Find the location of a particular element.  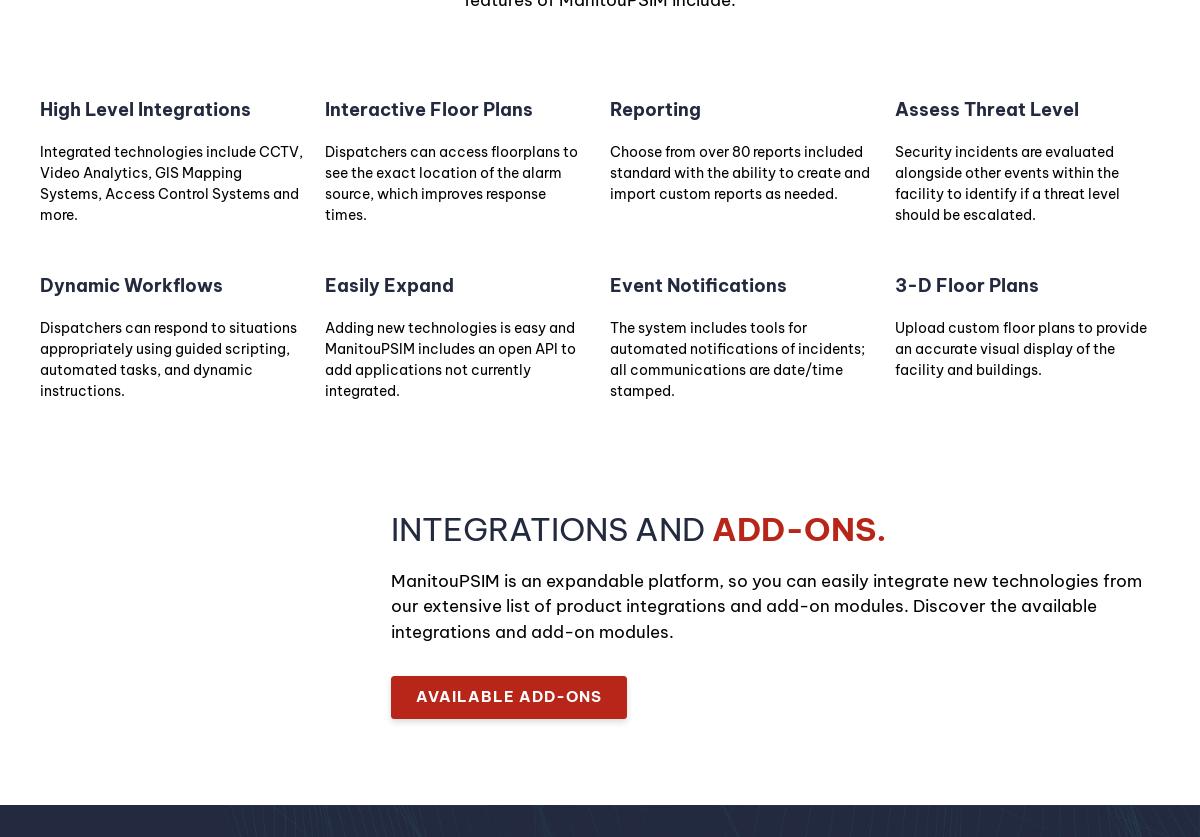

'Dispatchers can respond to situations appropriately using guided scripting, automated tasks, and dynamic instructions.' is located at coordinates (167, 359).